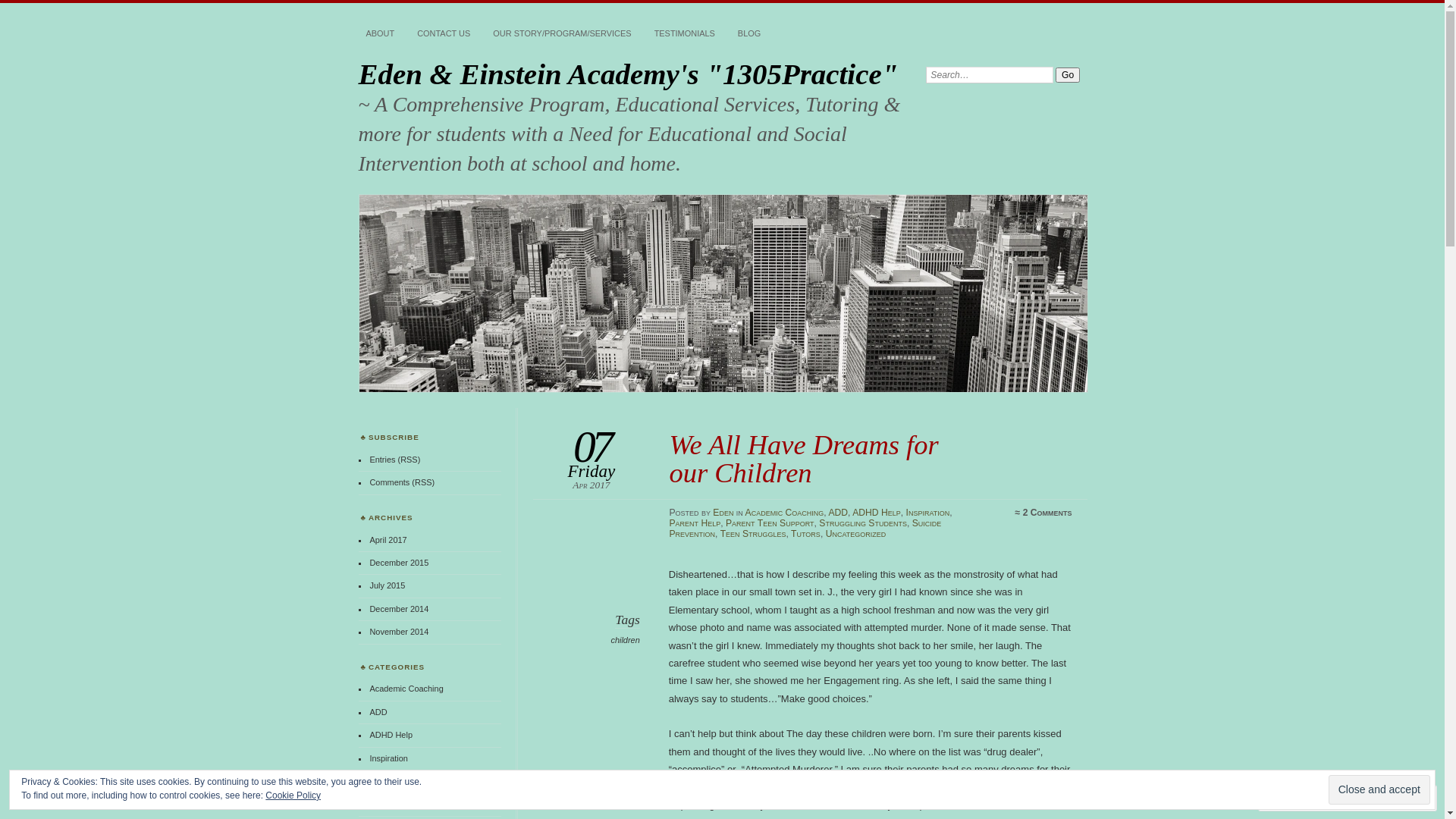 This screenshot has height=819, width=1456. What do you see at coordinates (770, 522) in the screenshot?
I see `'Parent Teen Support'` at bounding box center [770, 522].